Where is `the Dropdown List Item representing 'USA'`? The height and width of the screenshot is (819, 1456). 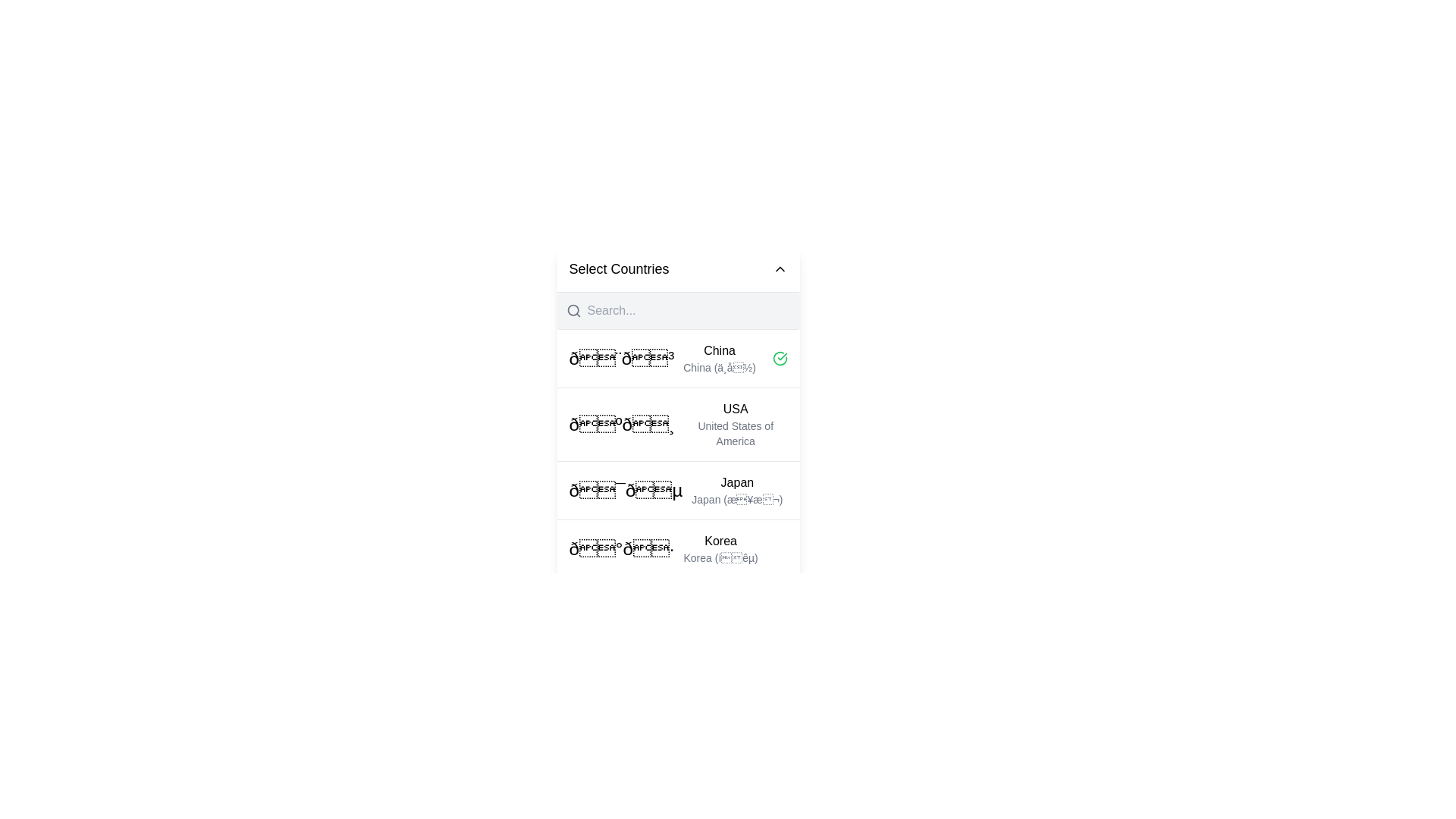
the Dropdown List Item representing 'USA' is located at coordinates (677, 444).